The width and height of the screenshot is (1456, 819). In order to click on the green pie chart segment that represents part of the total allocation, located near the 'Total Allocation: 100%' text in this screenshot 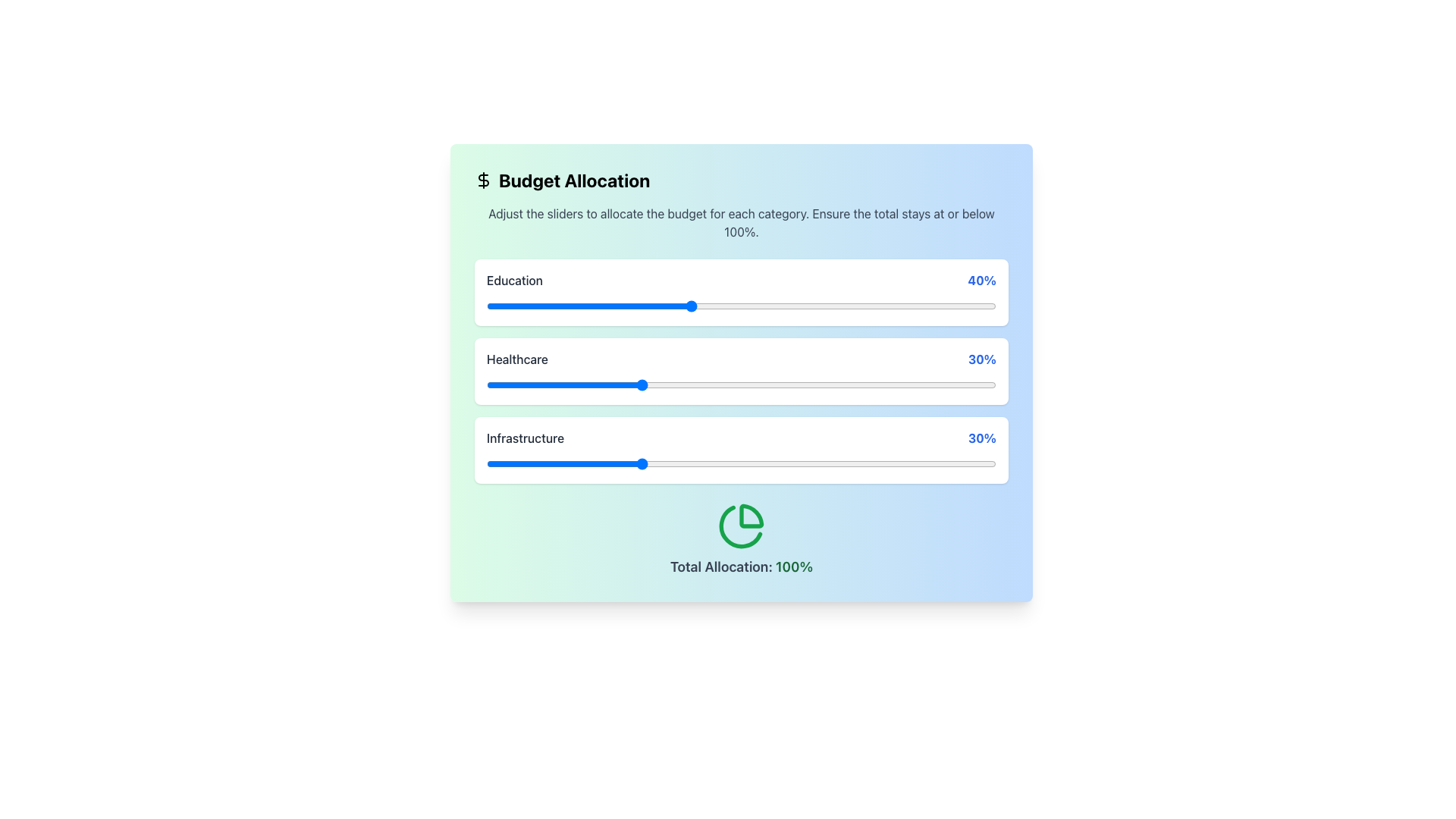, I will do `click(740, 526)`.